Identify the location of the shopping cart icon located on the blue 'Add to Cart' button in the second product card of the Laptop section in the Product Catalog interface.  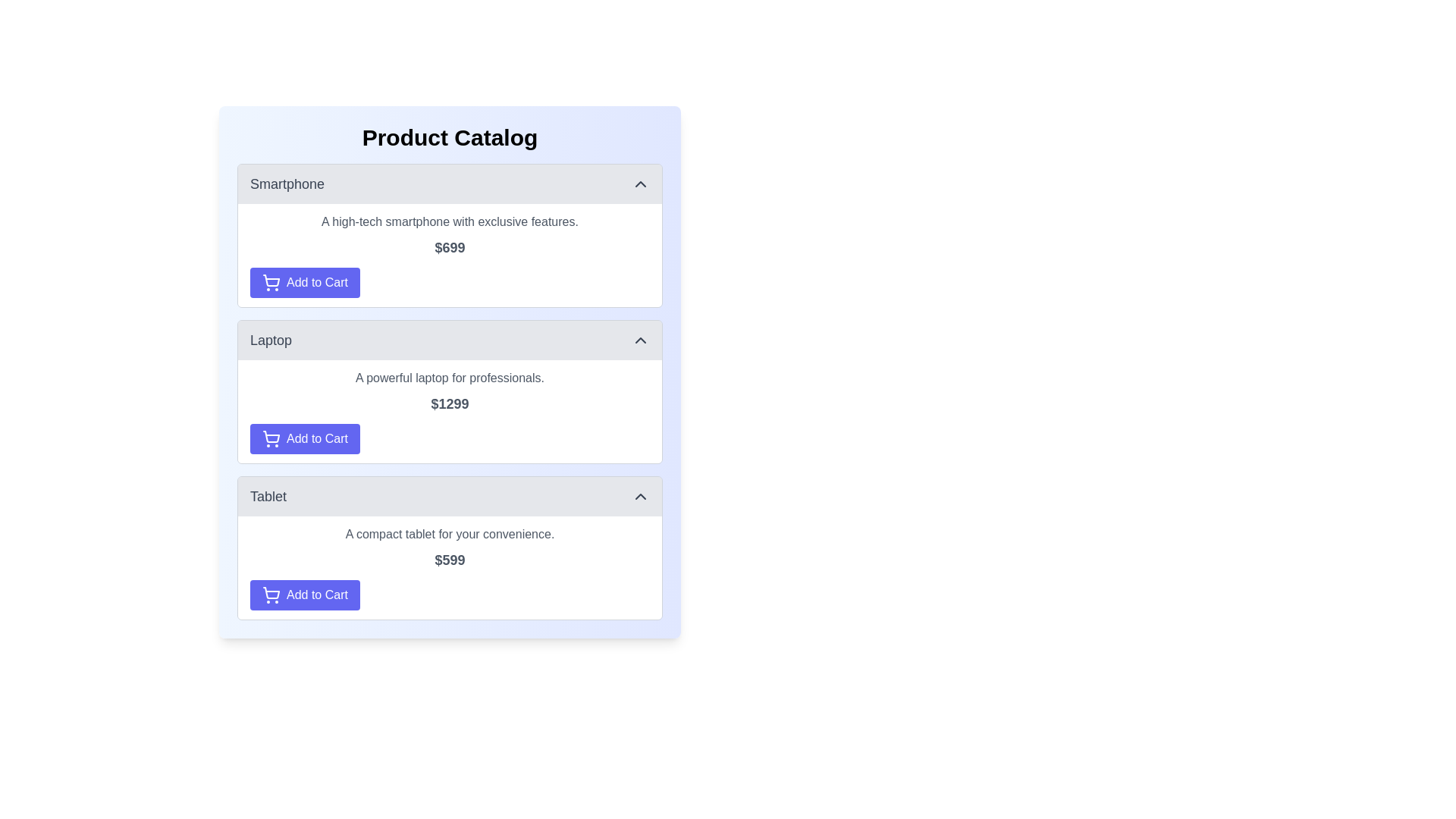
(271, 438).